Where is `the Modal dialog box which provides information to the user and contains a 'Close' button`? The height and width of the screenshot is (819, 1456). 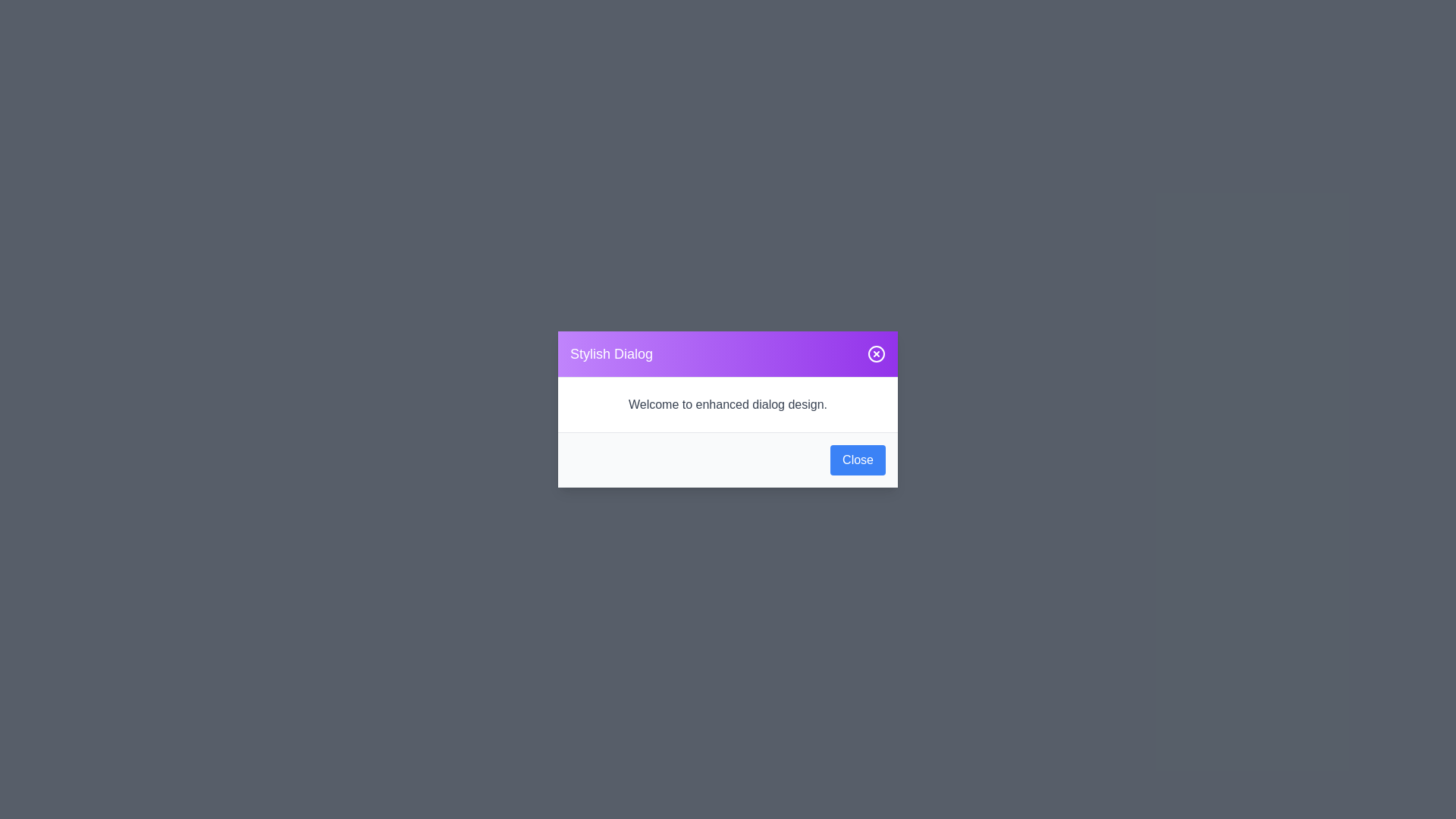 the Modal dialog box which provides information to the user and contains a 'Close' button is located at coordinates (728, 409).